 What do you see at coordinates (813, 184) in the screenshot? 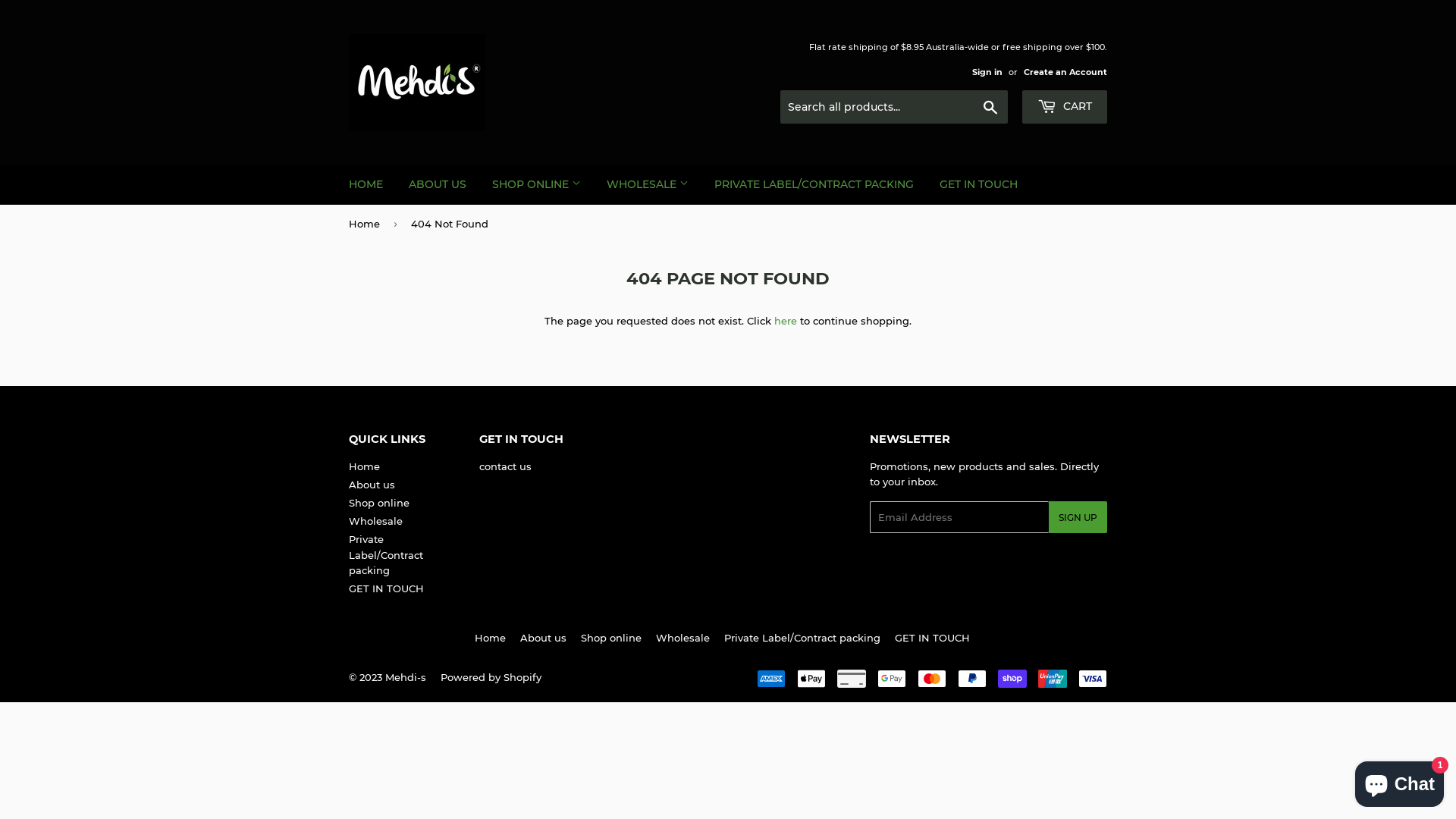
I see `'PRIVATE LABEL/CONTRACT PACKING'` at bounding box center [813, 184].